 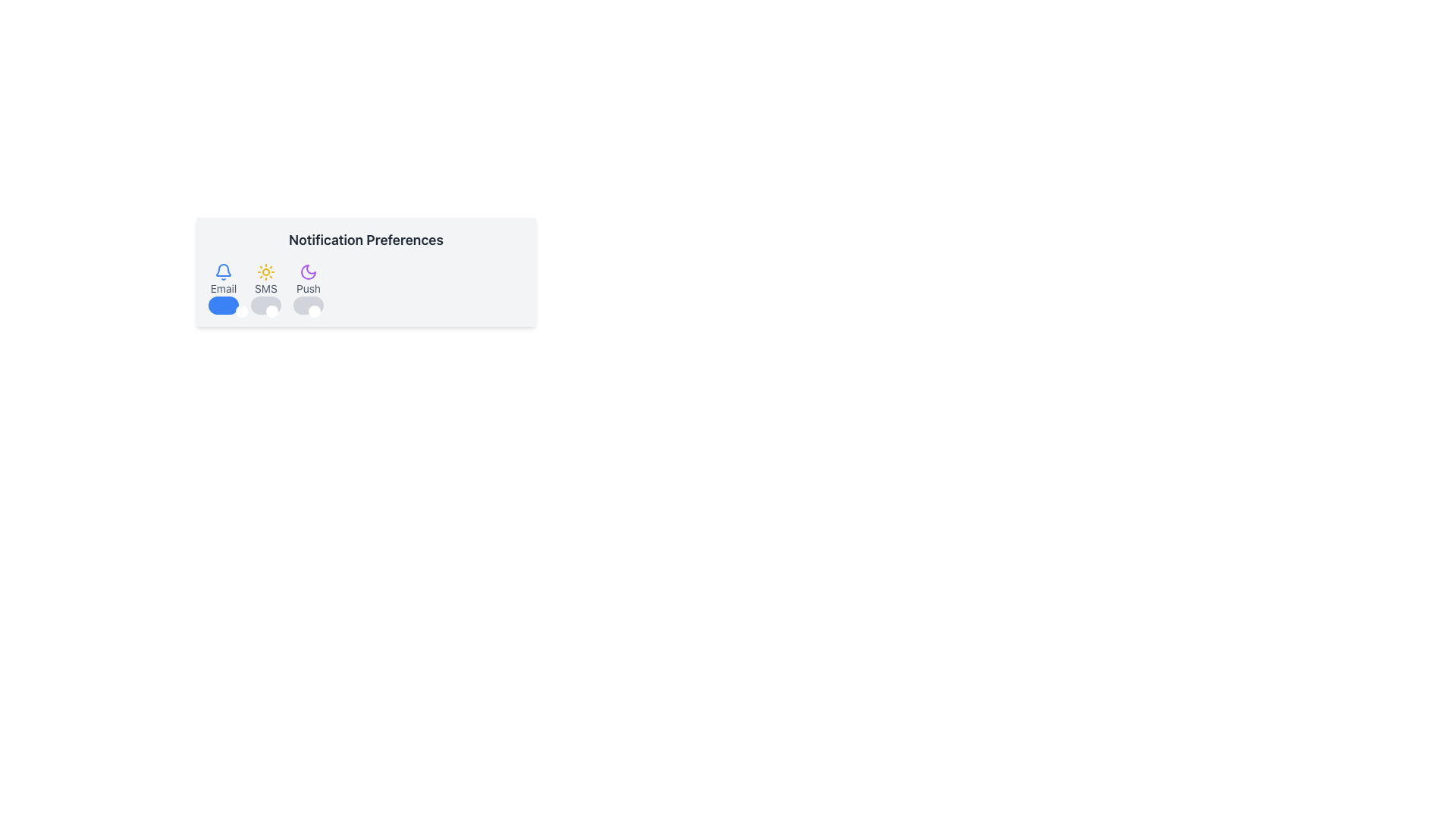 I want to click on the third toggle switch in the 'Notification Preferences' section to change its state for SMS notifications, so click(x=265, y=305).